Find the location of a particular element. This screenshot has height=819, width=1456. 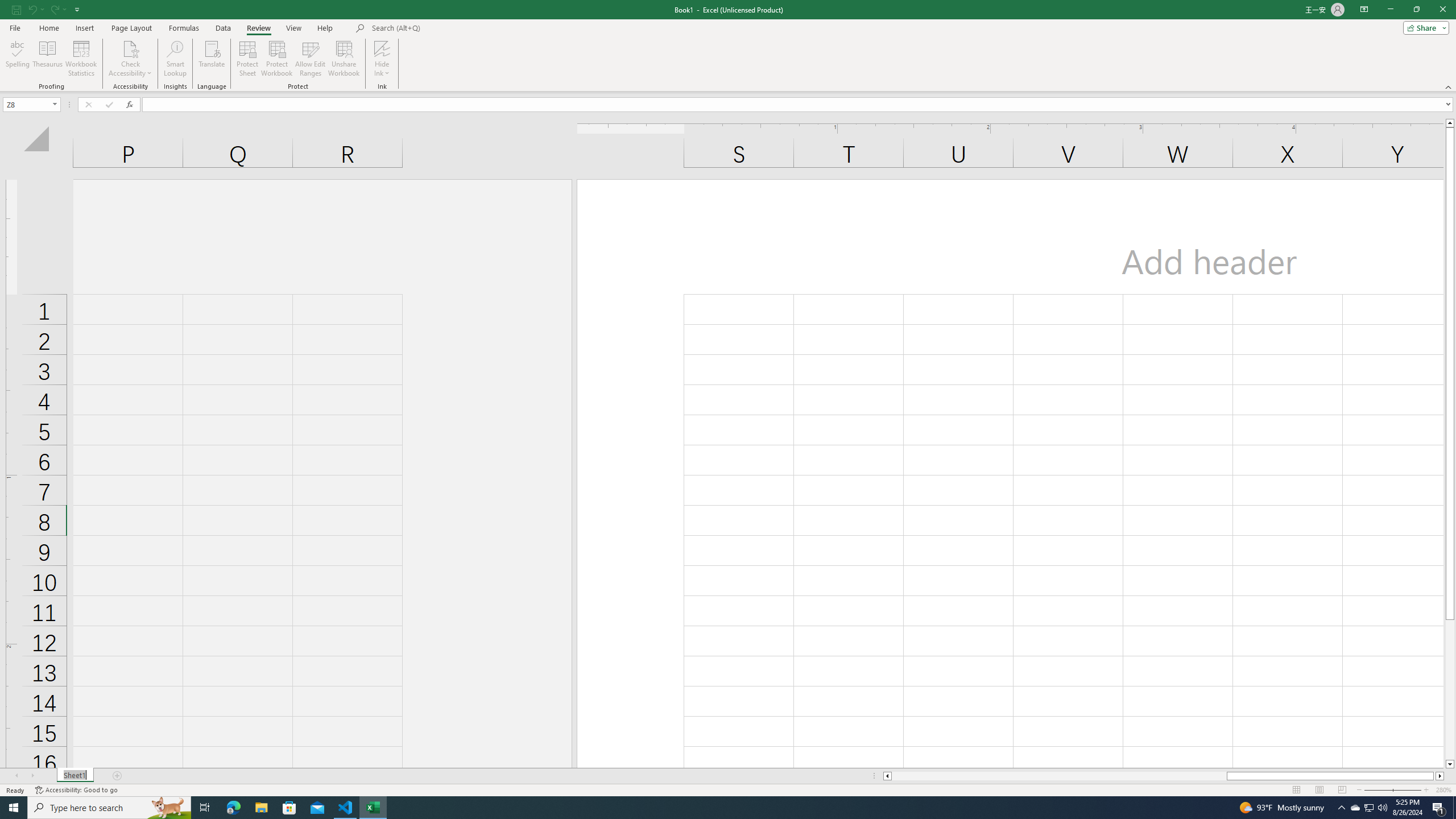

'Zoom Out' is located at coordinates (1386, 790).